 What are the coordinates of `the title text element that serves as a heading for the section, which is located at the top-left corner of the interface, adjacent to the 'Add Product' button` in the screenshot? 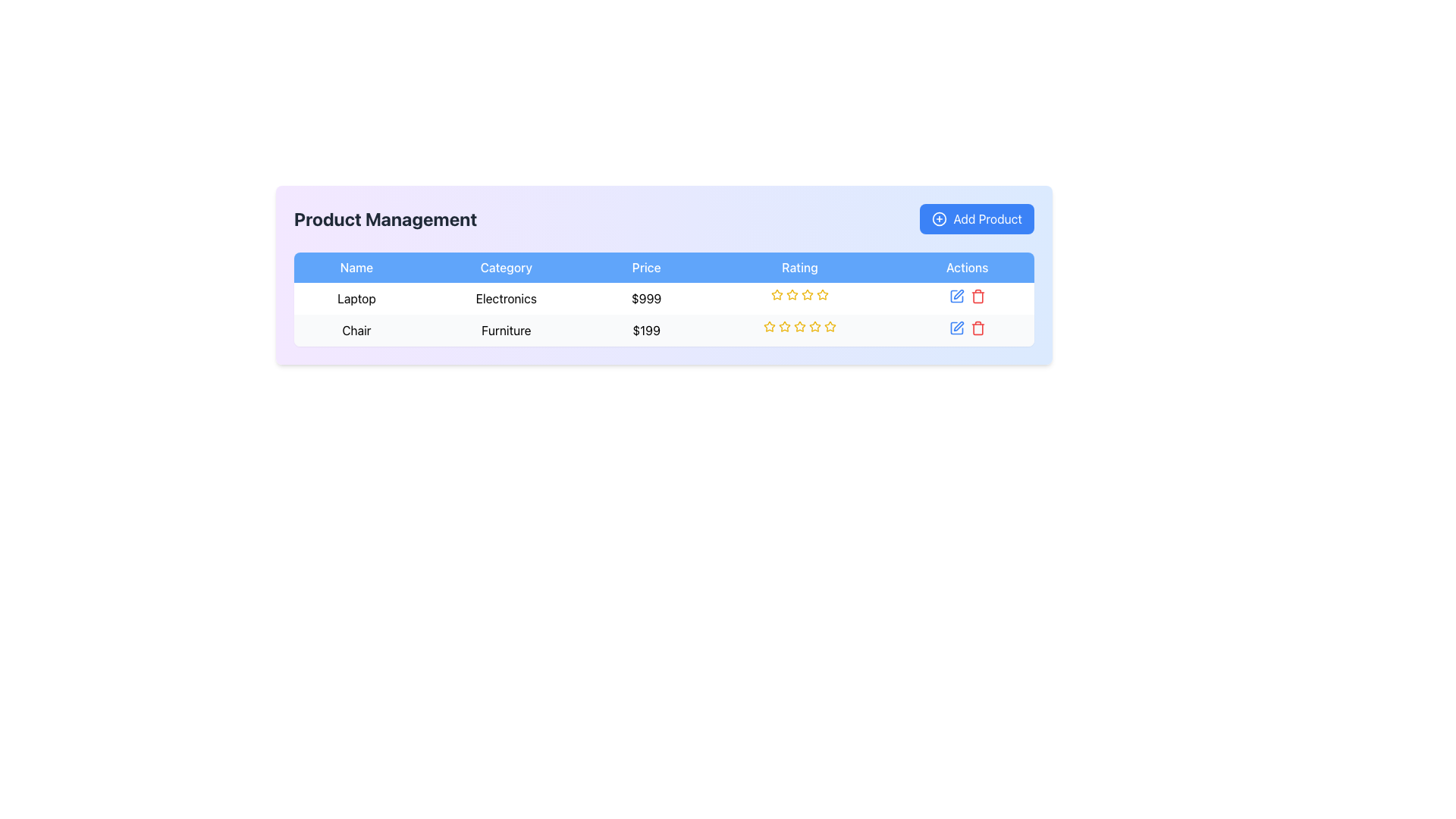 It's located at (385, 219).